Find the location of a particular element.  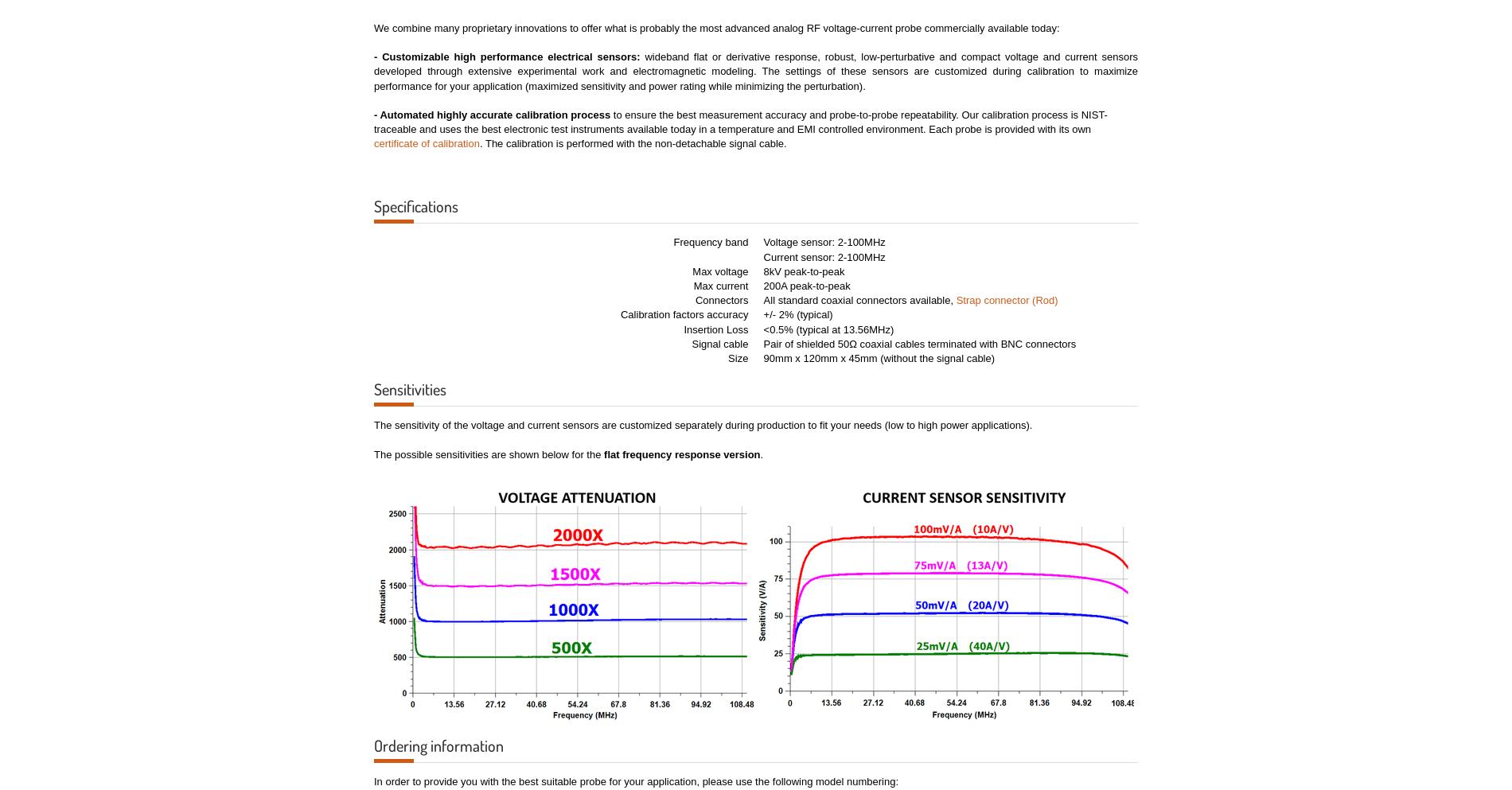

'Voltage sensor: 2-100MHz' is located at coordinates (824, 242).